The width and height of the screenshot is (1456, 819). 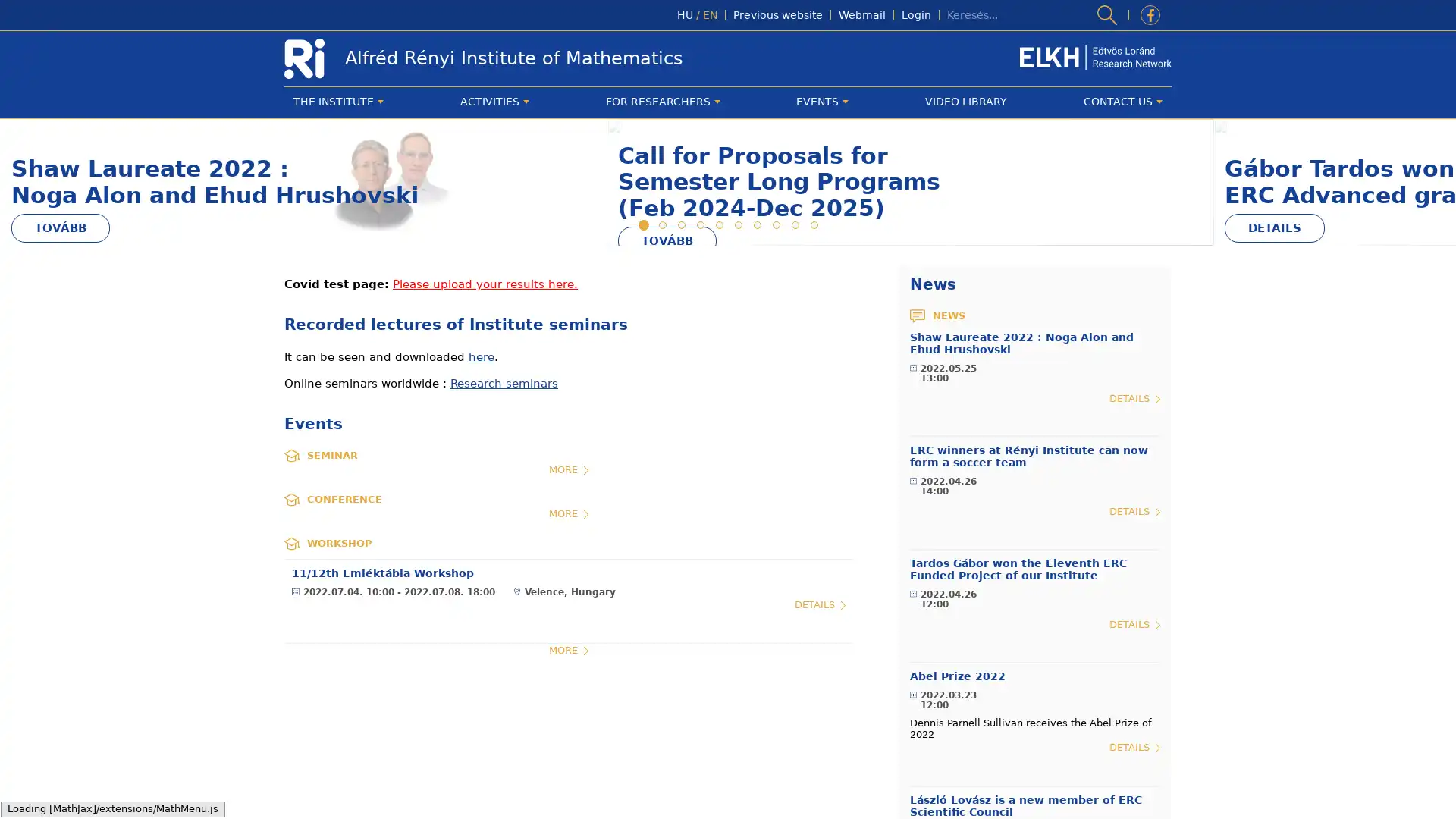 What do you see at coordinates (661, 400) in the screenshot?
I see `2` at bounding box center [661, 400].